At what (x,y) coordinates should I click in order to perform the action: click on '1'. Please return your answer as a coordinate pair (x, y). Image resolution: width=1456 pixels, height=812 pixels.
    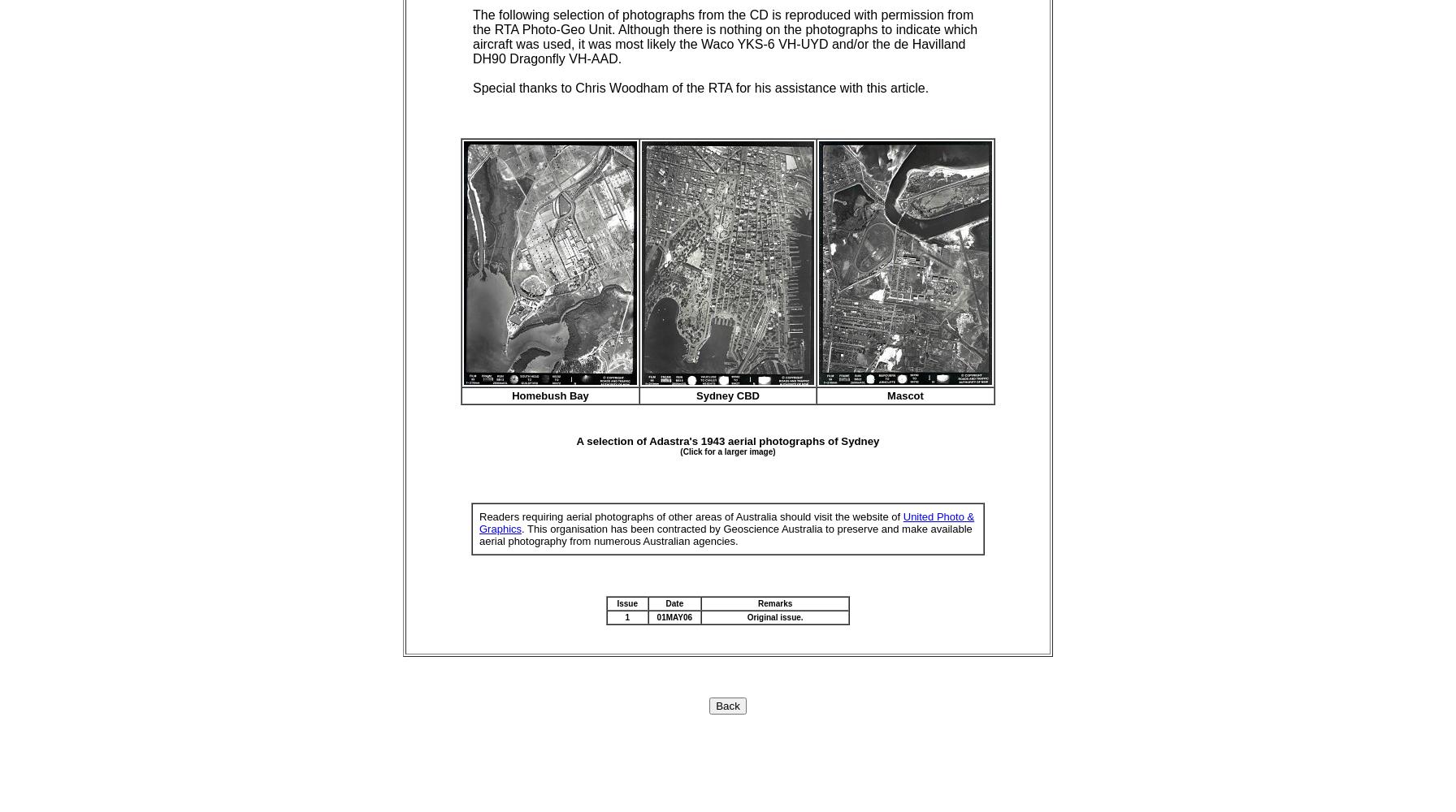
    Looking at the image, I should click on (626, 616).